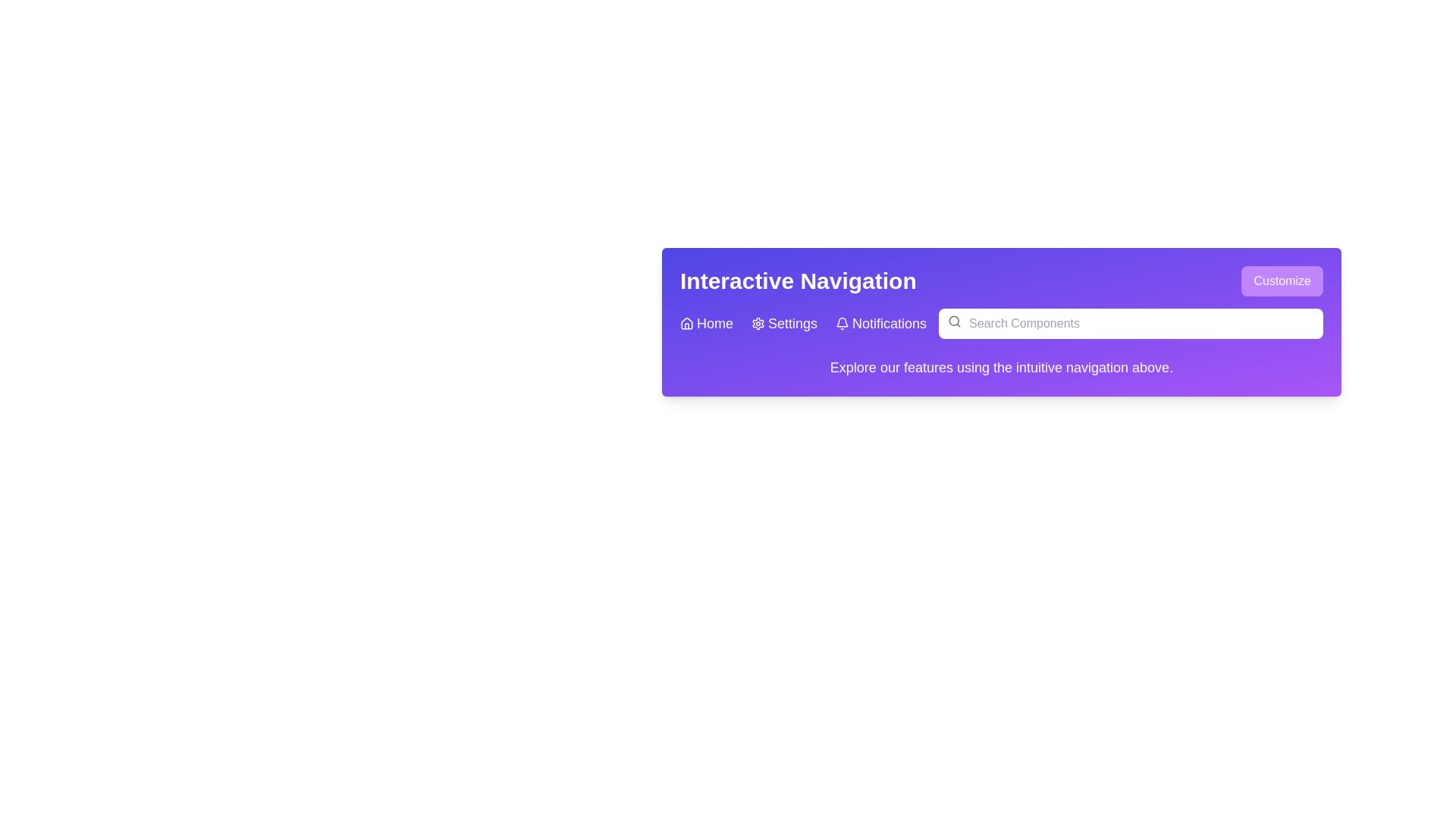 This screenshot has width=1456, height=819. Describe the element at coordinates (1001, 368) in the screenshot. I see `the Text Label displaying 'Explore our features using the intuitive navigation above.' which is styled in a white font on a purple gradient background` at that location.